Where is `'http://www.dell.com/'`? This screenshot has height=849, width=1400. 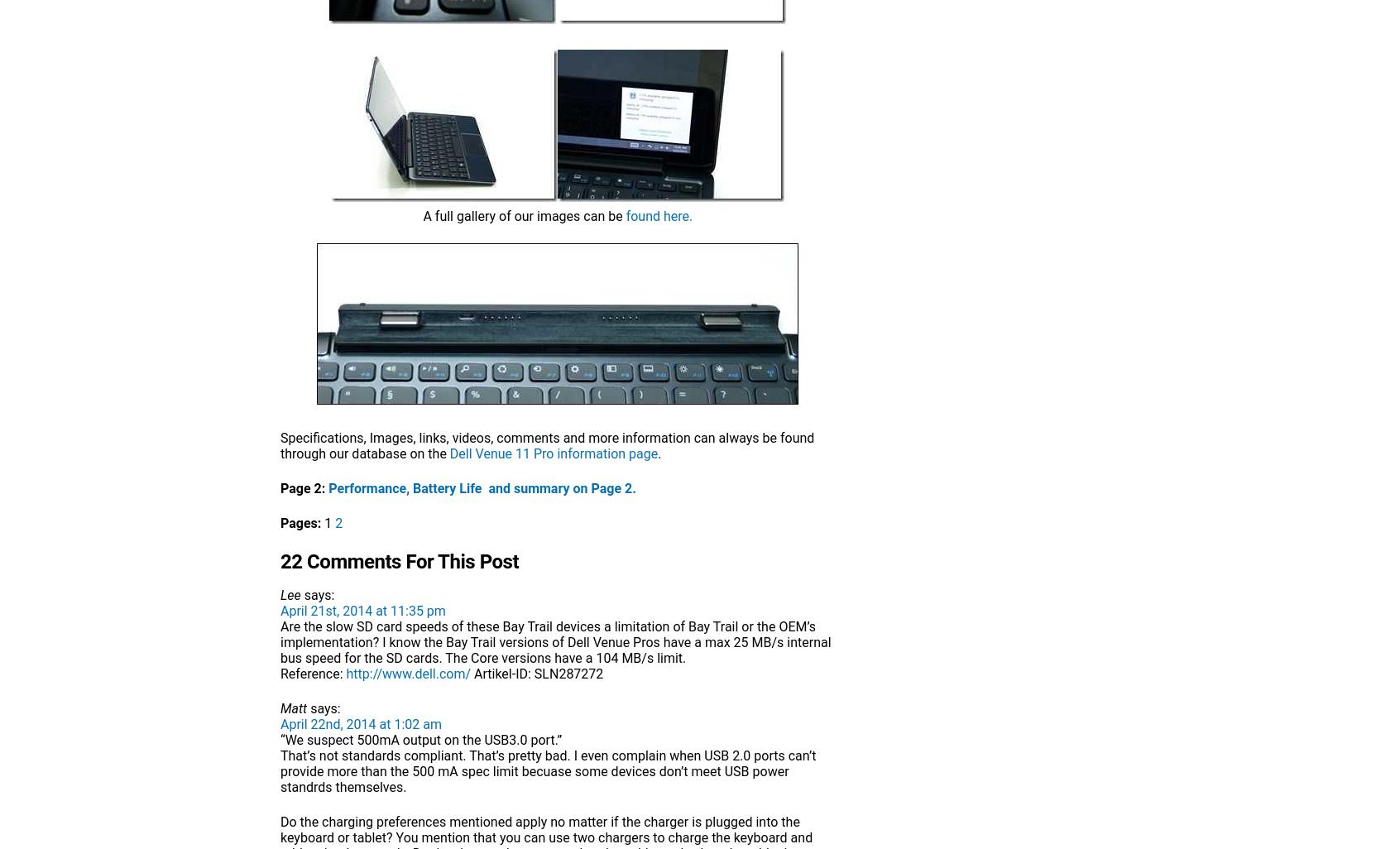 'http://www.dell.com/' is located at coordinates (407, 673).